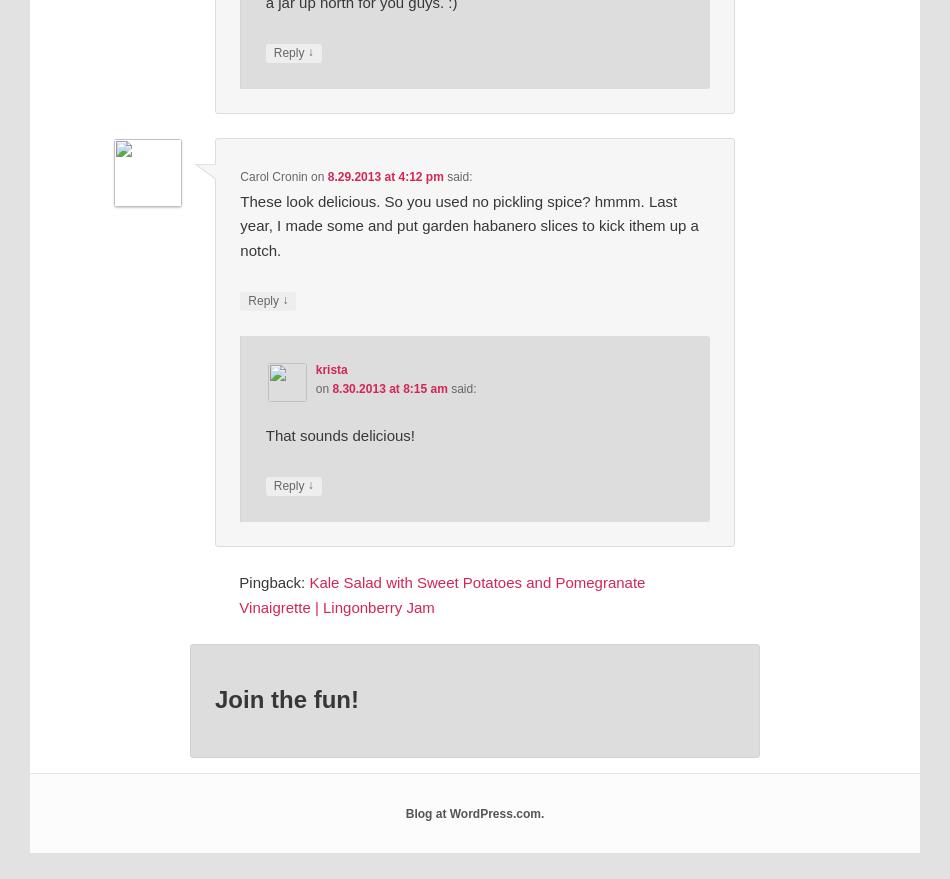  Describe the element at coordinates (441, 593) in the screenshot. I see `'Kale Salad with Sweet Potatoes and Pomegranate Vinaigrette | Lingonberry Jam'` at that location.